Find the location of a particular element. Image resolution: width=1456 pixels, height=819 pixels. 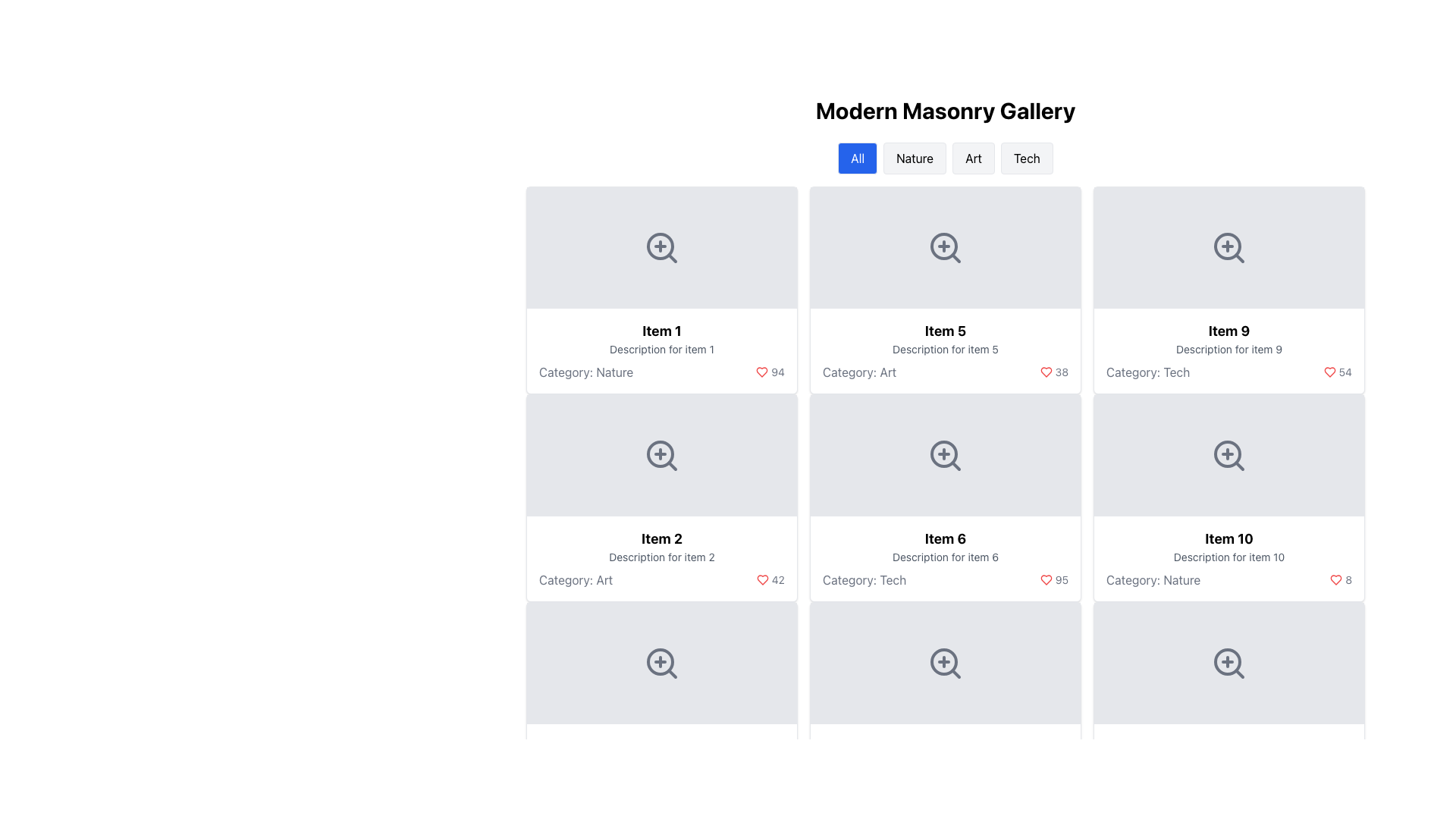

the red heart icon with the text '95' in gray, located in the lower-right corner of the card for 'Item 6' in the grid layout is located at coordinates (1053, 579).